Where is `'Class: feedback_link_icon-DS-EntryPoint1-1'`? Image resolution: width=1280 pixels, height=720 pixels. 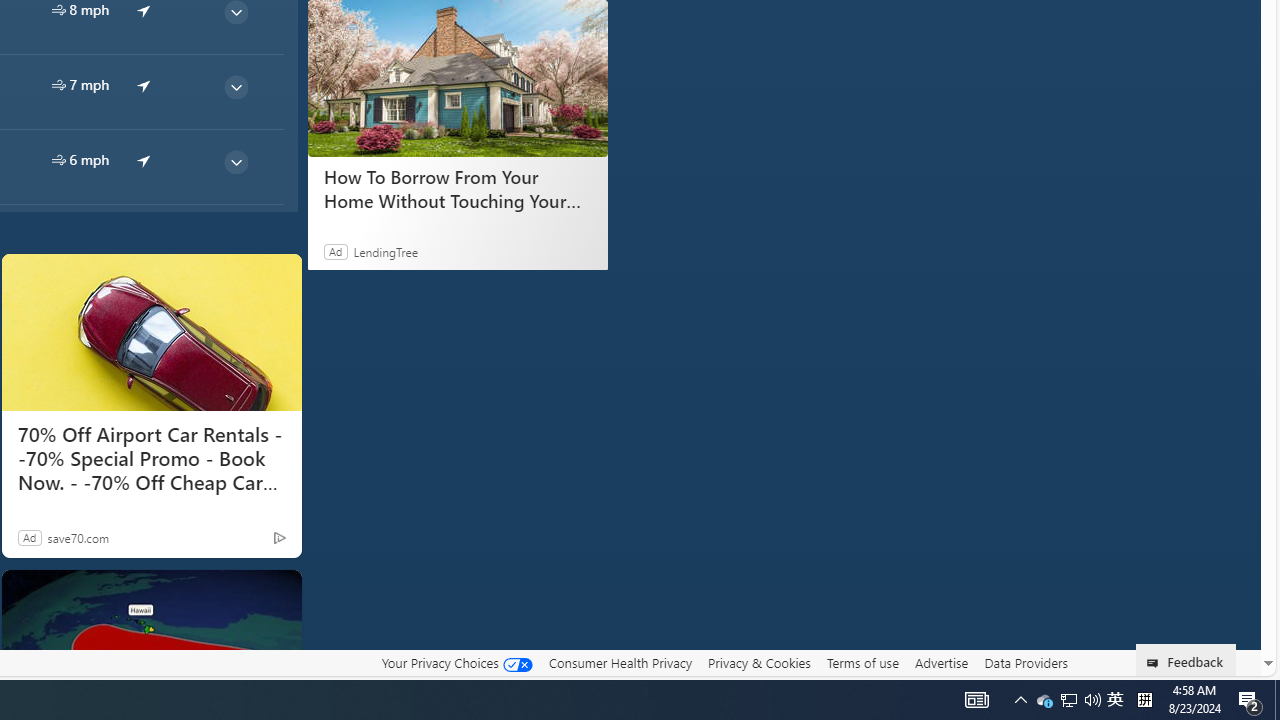 'Class: feedback_link_icon-DS-EntryPoint1-1' is located at coordinates (1156, 663).